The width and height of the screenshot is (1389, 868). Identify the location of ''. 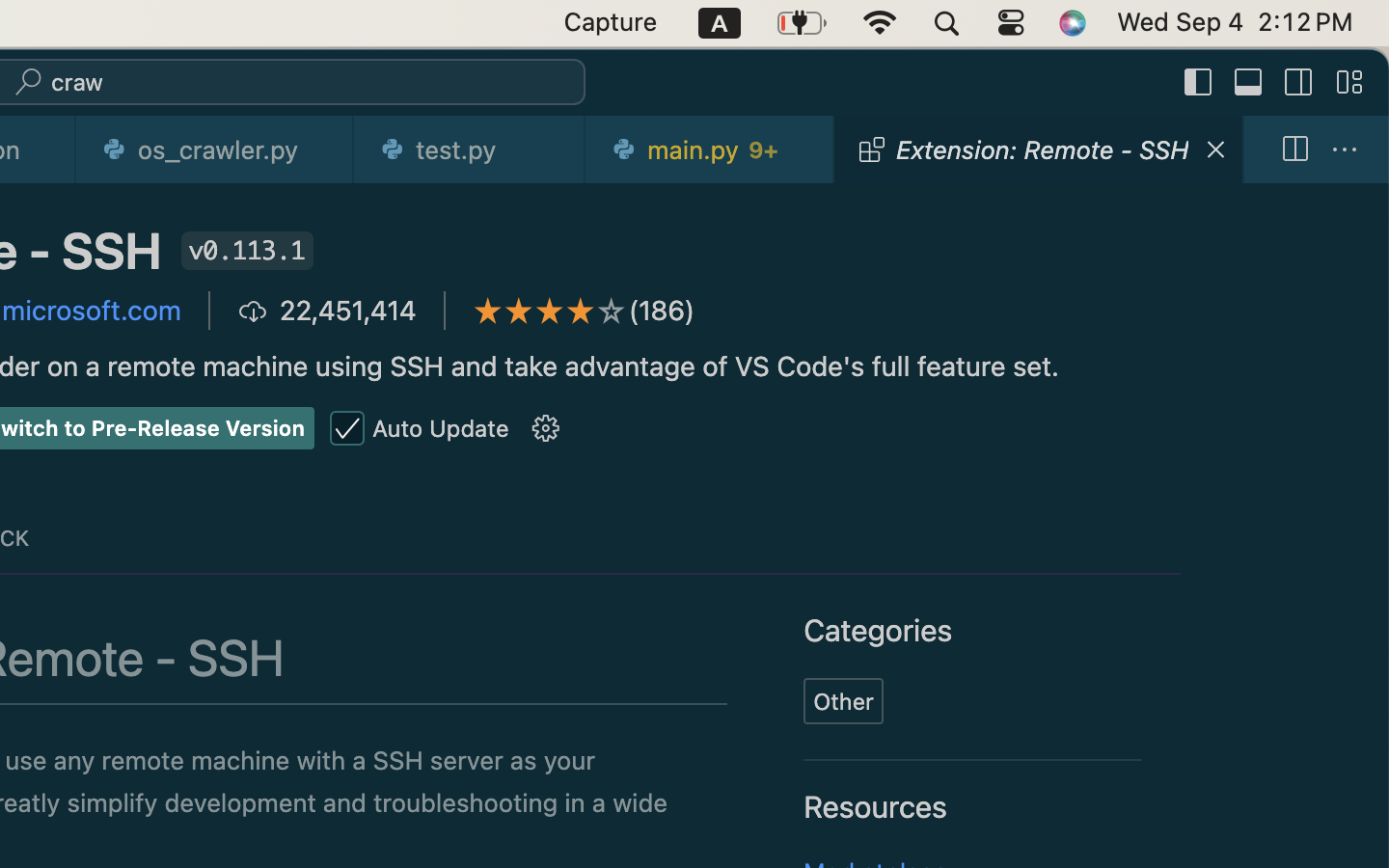
(546, 428).